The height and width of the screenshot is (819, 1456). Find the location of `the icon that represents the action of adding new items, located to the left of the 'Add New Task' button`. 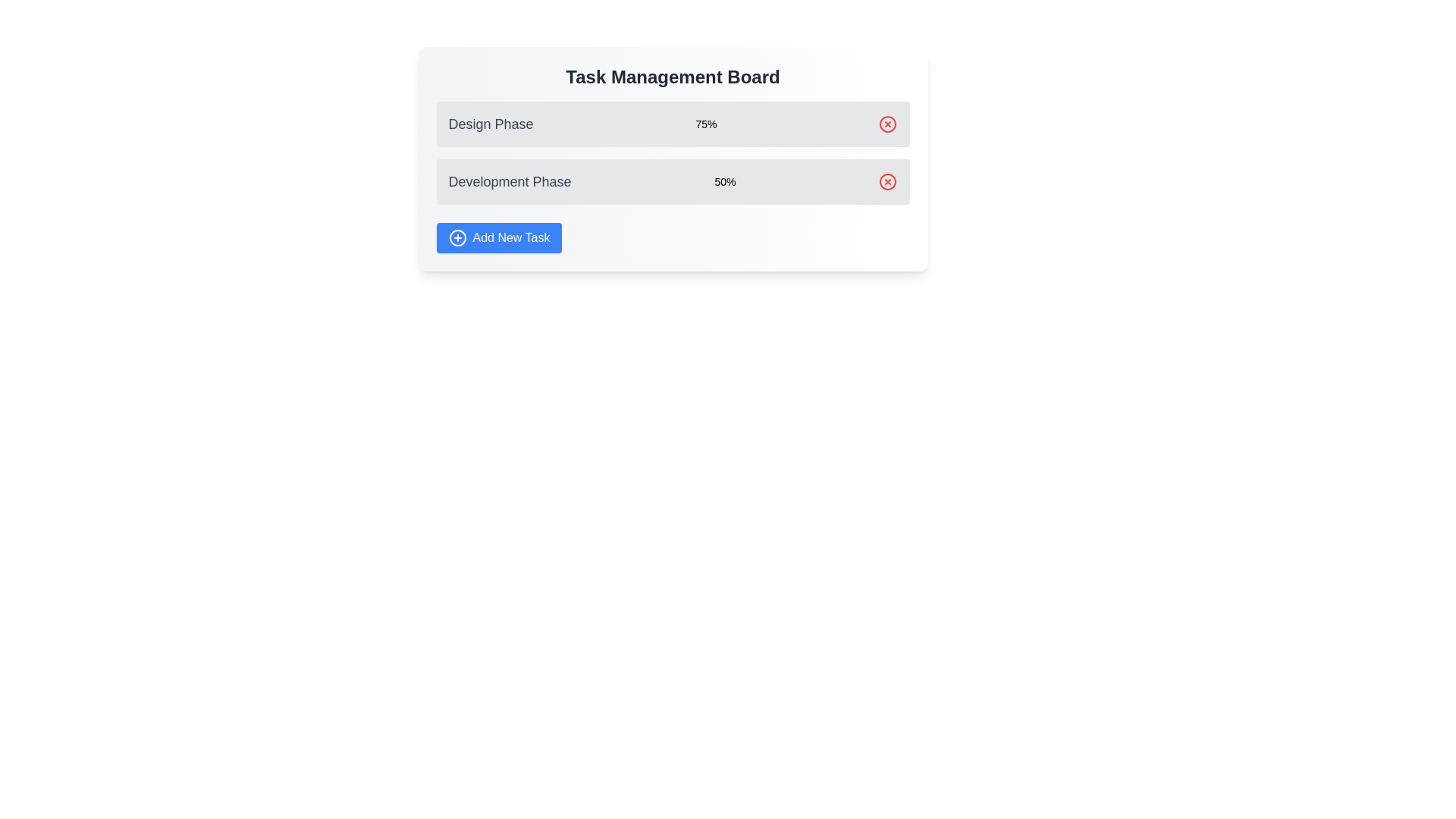

the icon that represents the action of adding new items, located to the left of the 'Add New Task' button is located at coordinates (457, 237).